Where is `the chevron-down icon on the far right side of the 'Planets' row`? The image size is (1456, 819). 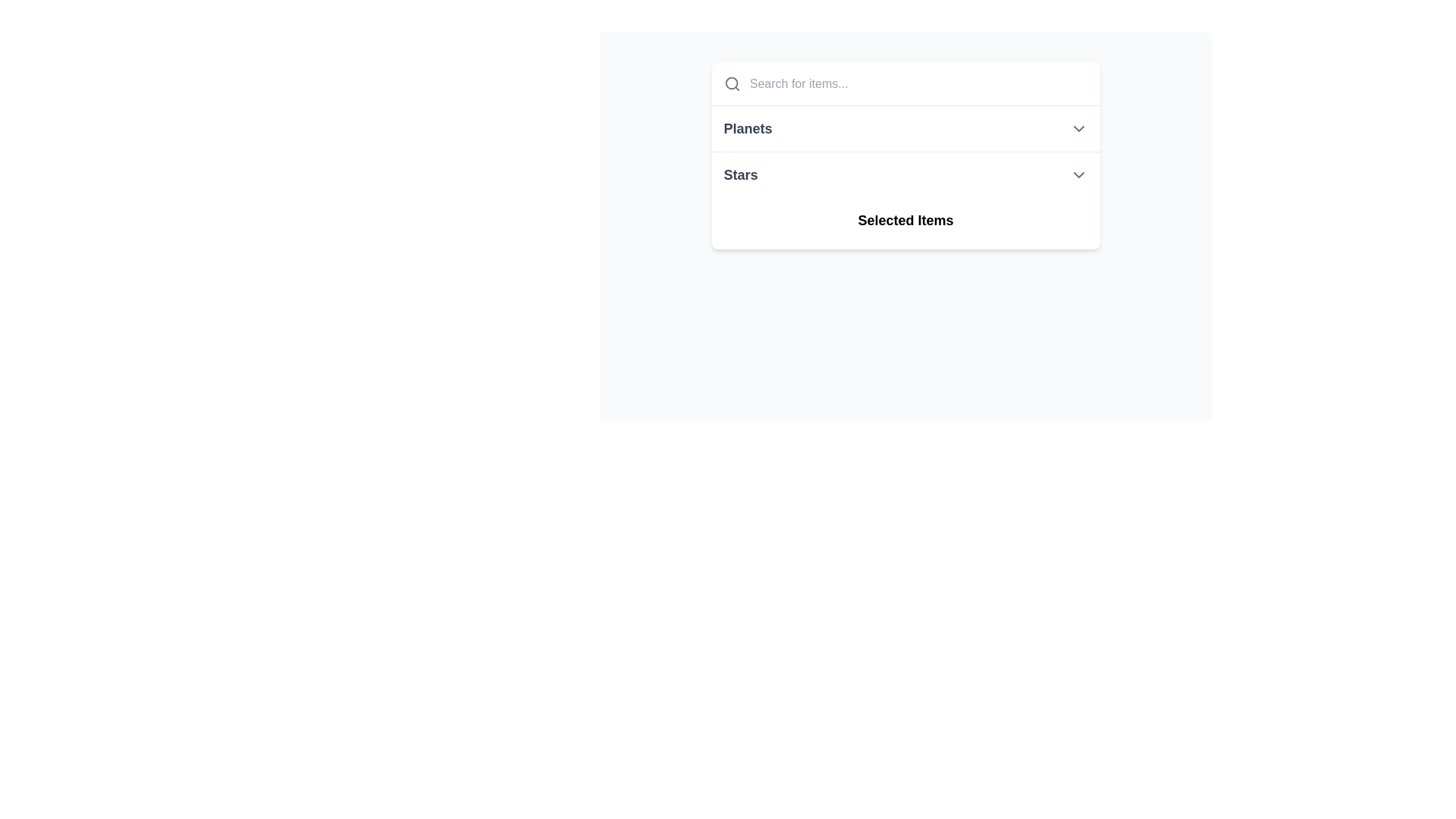
the chevron-down icon on the far right side of the 'Planets' row is located at coordinates (1078, 127).